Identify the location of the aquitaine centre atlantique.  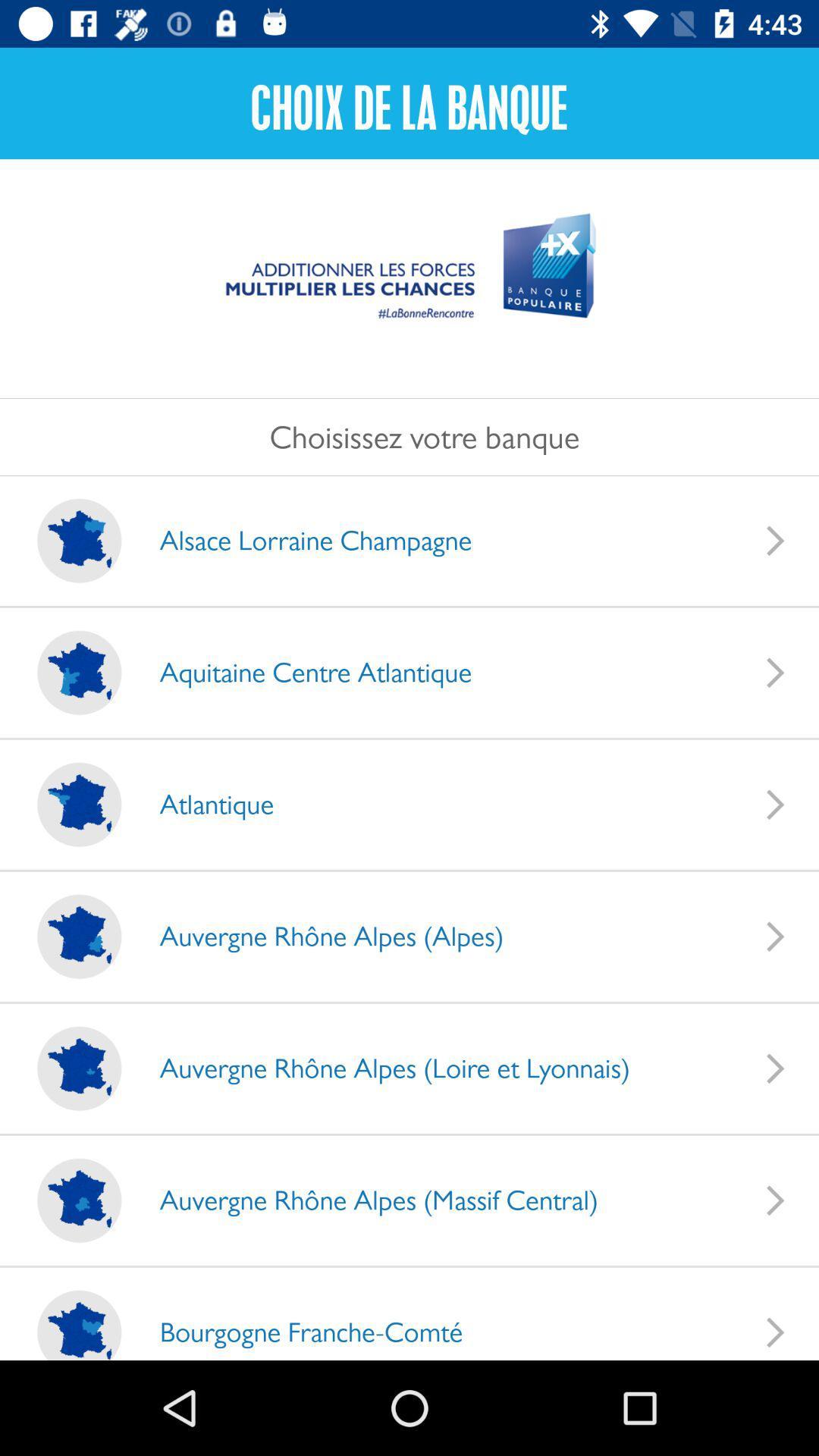
(300, 671).